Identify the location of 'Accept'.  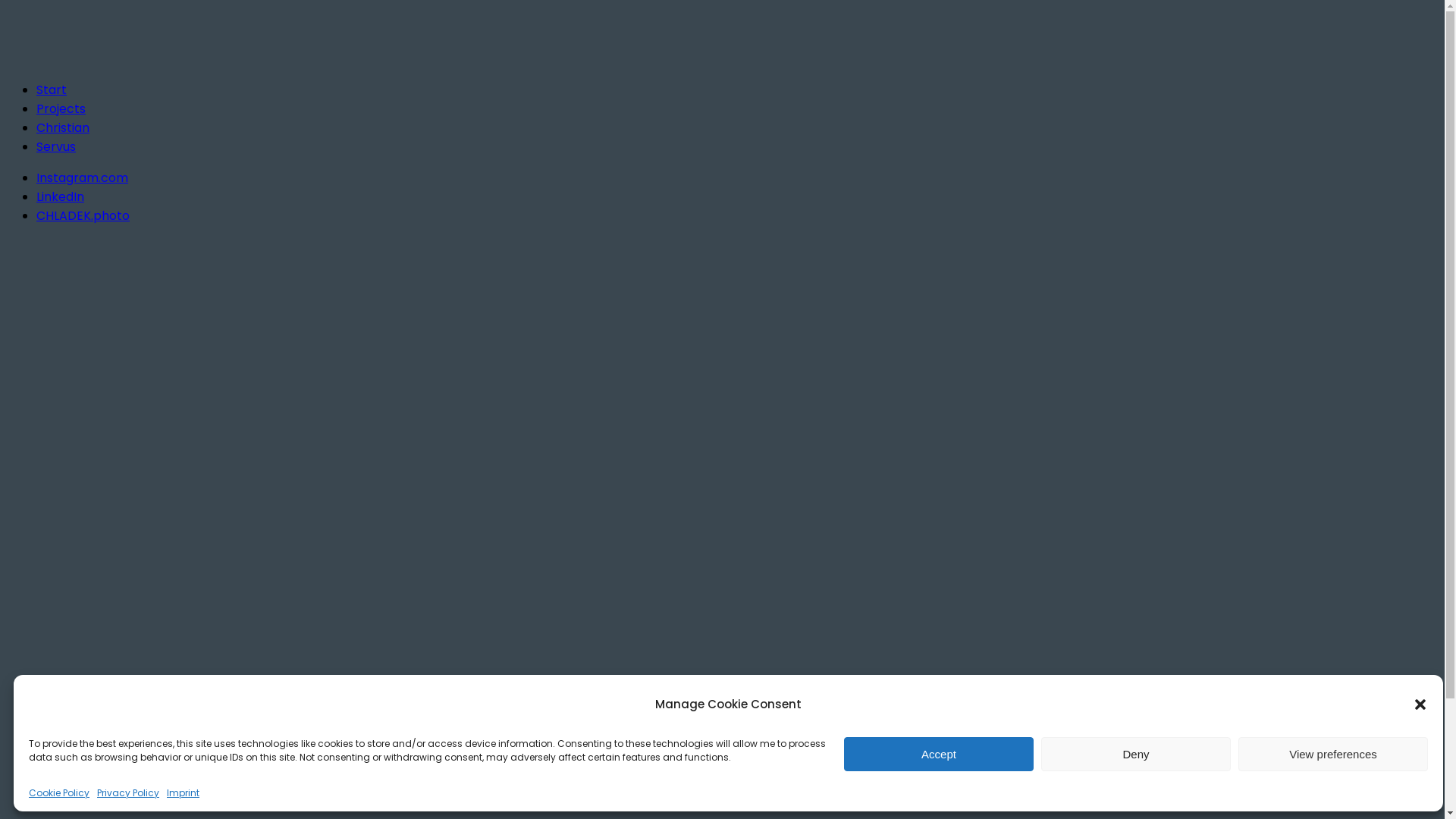
(938, 754).